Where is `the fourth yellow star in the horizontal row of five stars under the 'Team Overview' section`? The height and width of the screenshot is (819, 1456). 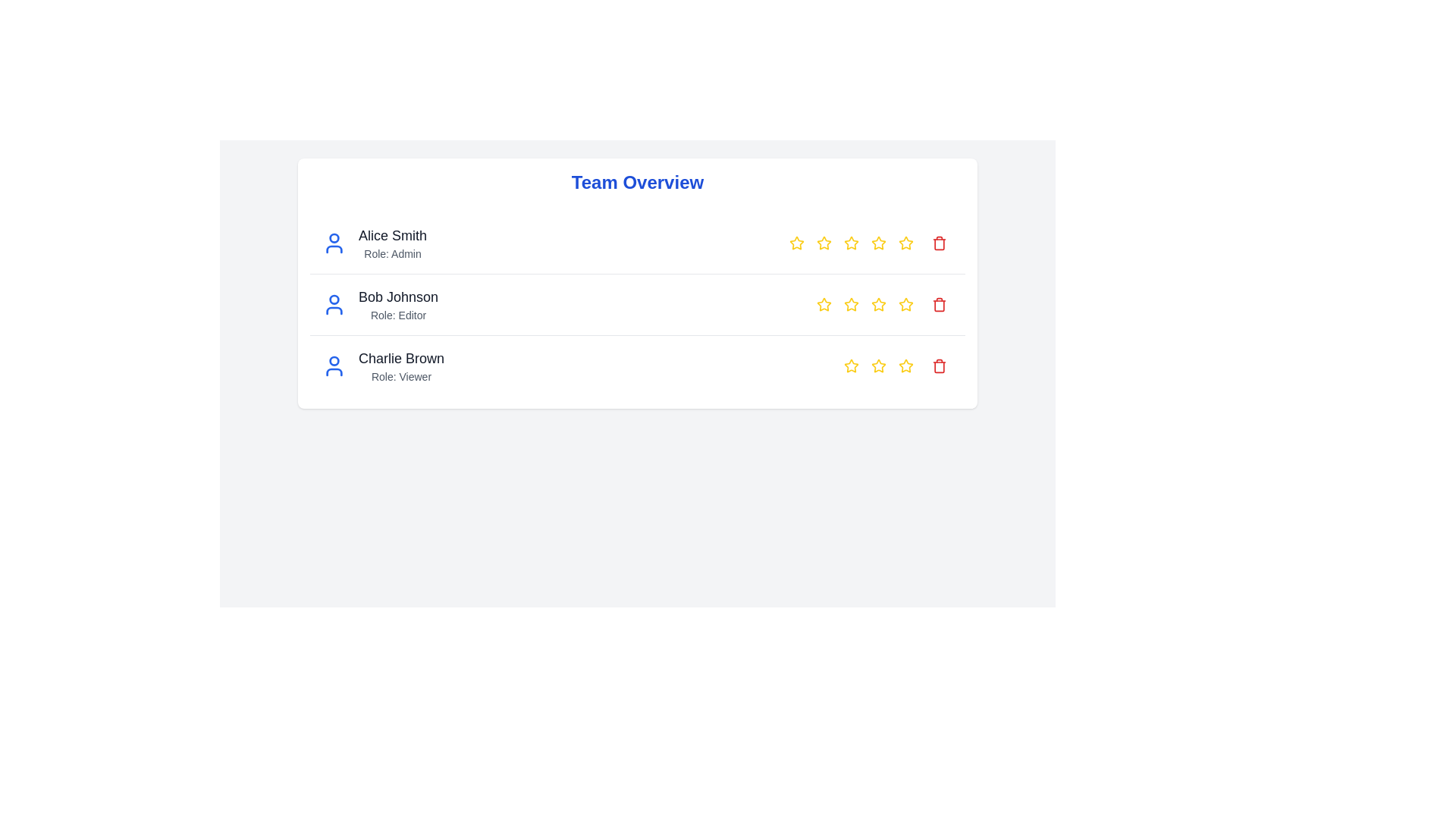 the fourth yellow star in the horizontal row of five stars under the 'Team Overview' section is located at coordinates (852, 242).